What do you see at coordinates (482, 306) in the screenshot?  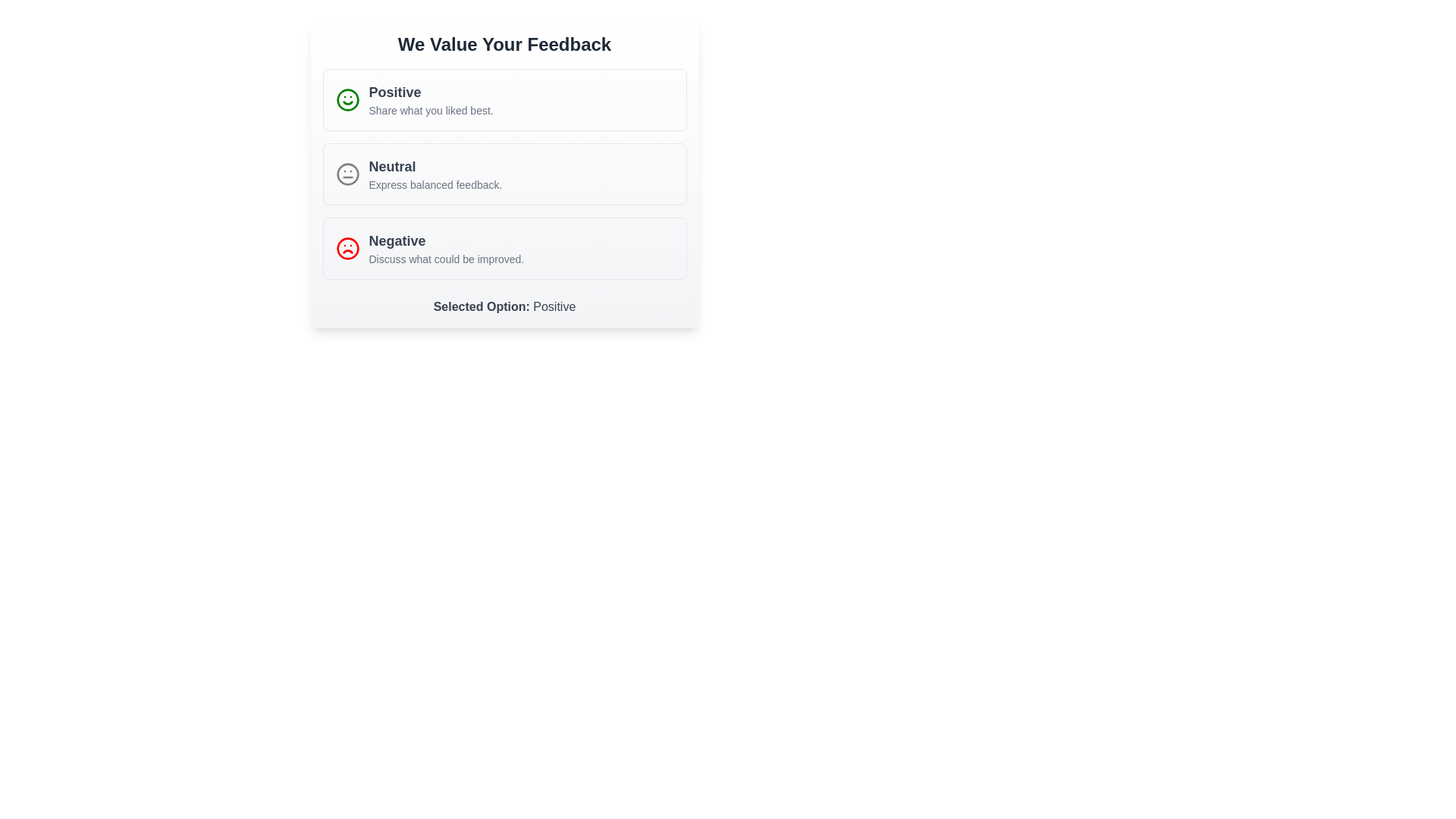 I see `the Text label that identifies or introduces the related content, located near the bottom of the interface under the feedback options` at bounding box center [482, 306].